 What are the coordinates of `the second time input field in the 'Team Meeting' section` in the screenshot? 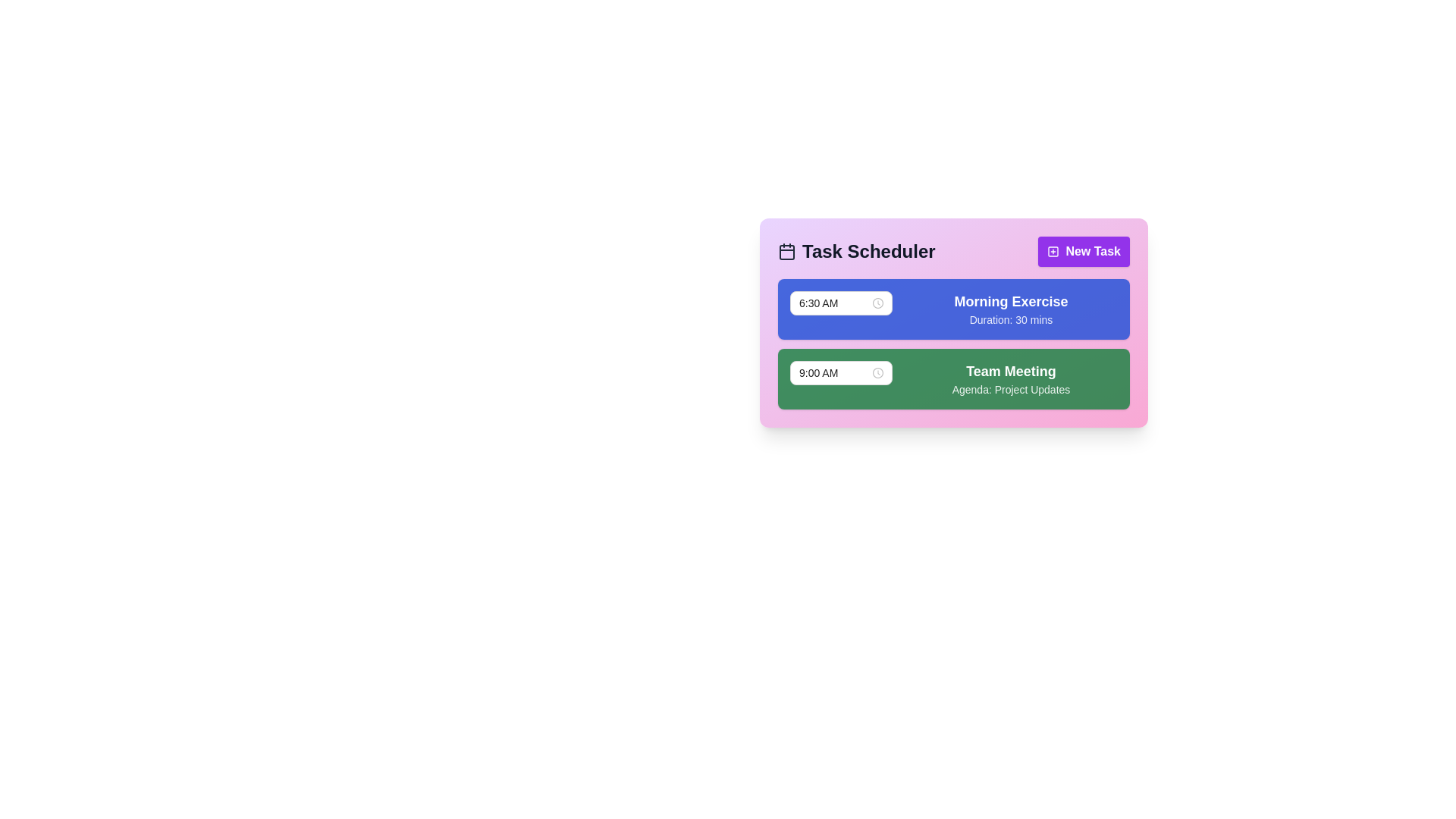 It's located at (840, 373).